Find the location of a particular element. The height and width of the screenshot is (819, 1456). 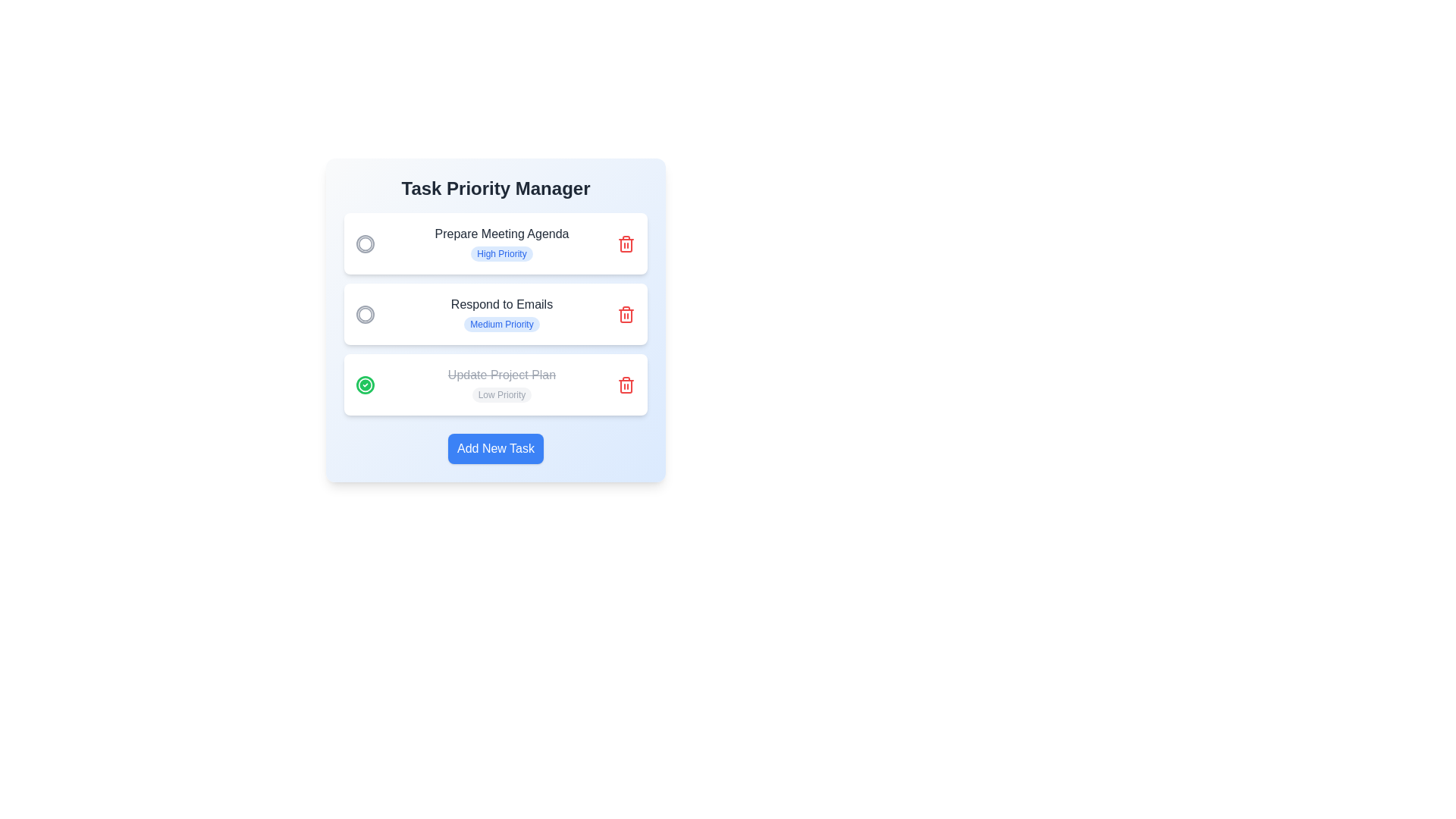

the circular indicator labeled 'Medium Priority' next to 'Respond to Emails' is located at coordinates (365, 243).